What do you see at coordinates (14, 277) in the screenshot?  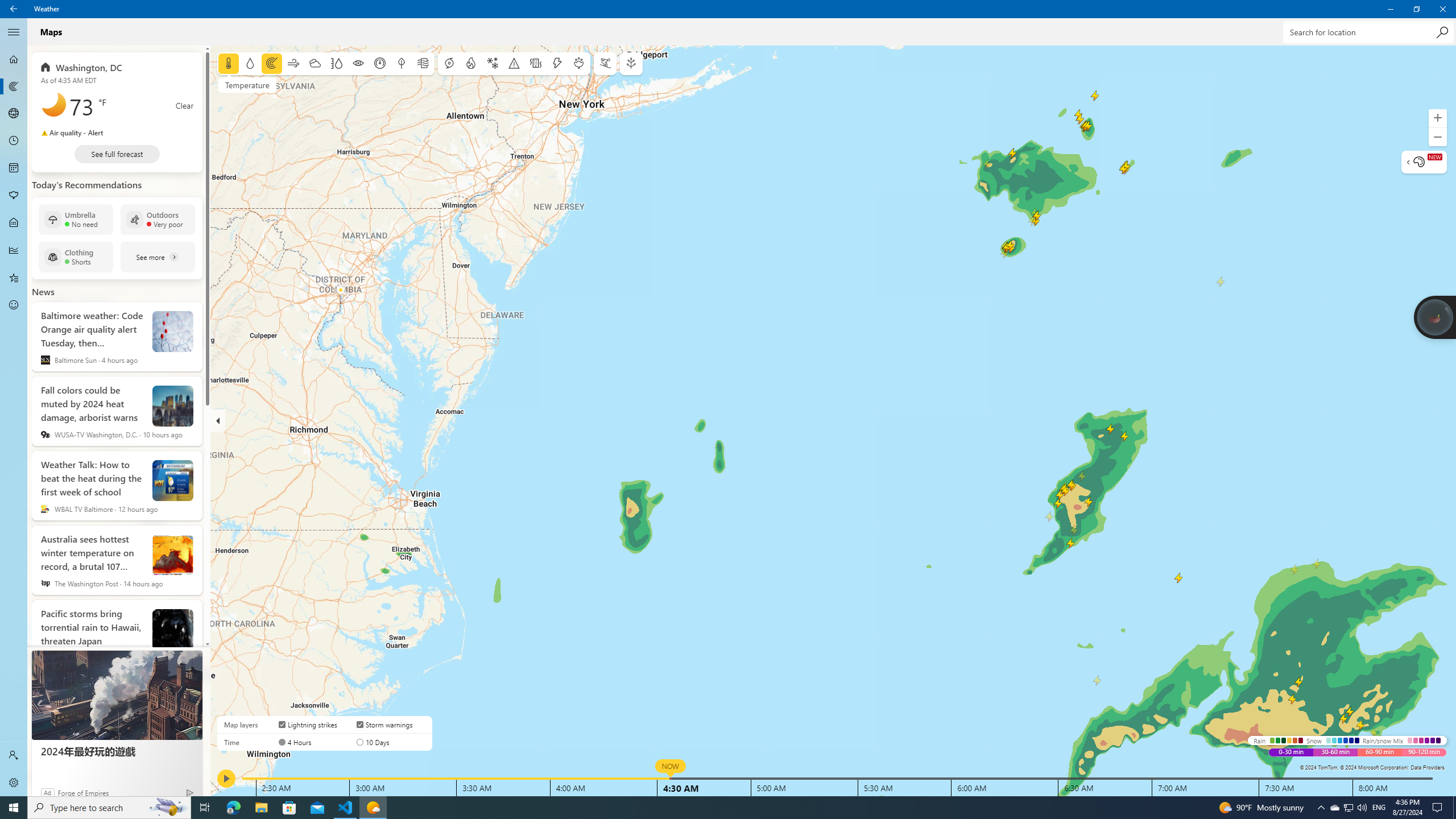 I see `'Favorites - Not Selected'` at bounding box center [14, 277].